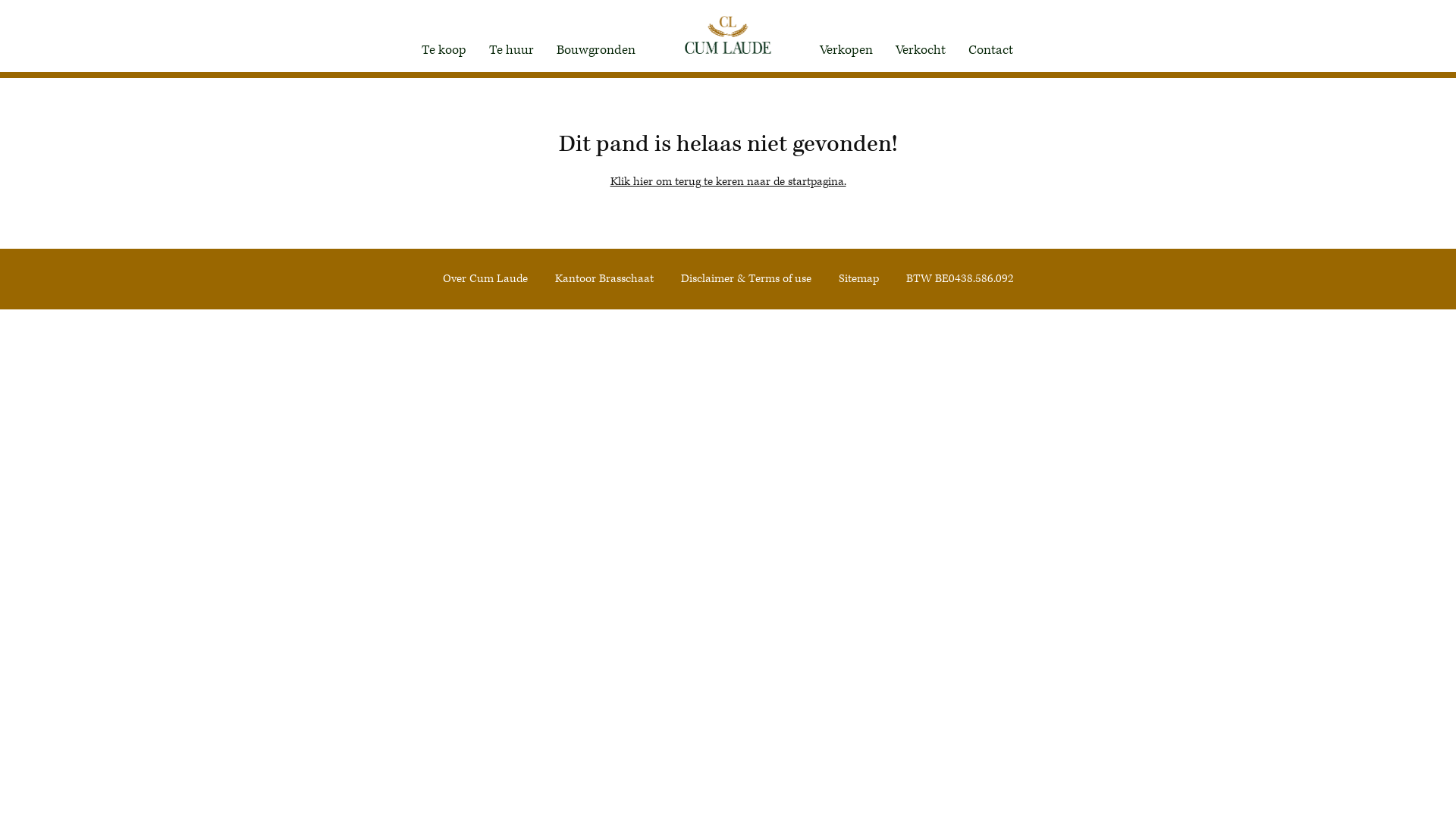  I want to click on 'Te huur', so click(479, 49).